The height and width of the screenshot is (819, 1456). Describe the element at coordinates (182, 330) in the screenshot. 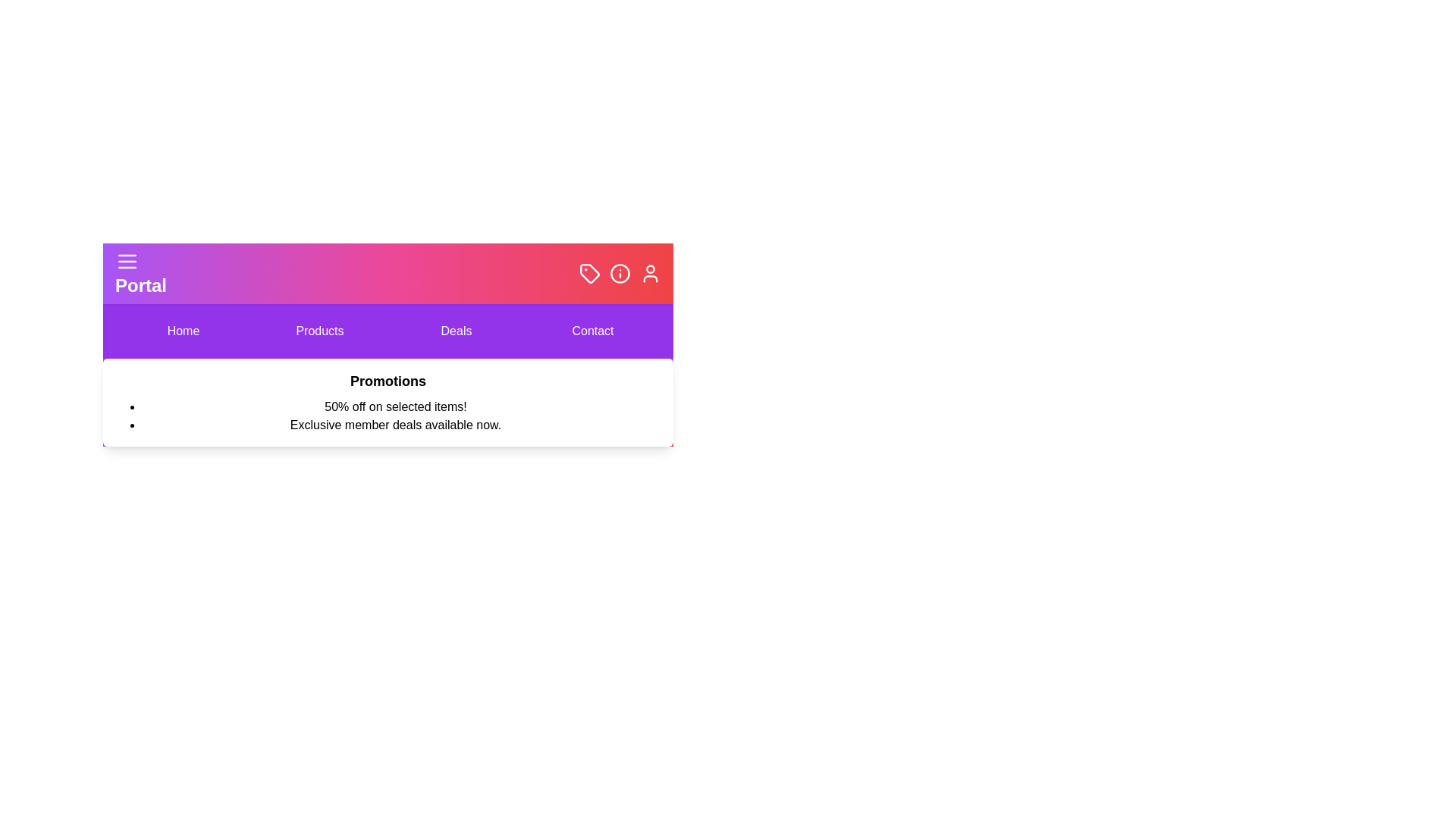

I see `the navigation item Home from the menu` at that location.